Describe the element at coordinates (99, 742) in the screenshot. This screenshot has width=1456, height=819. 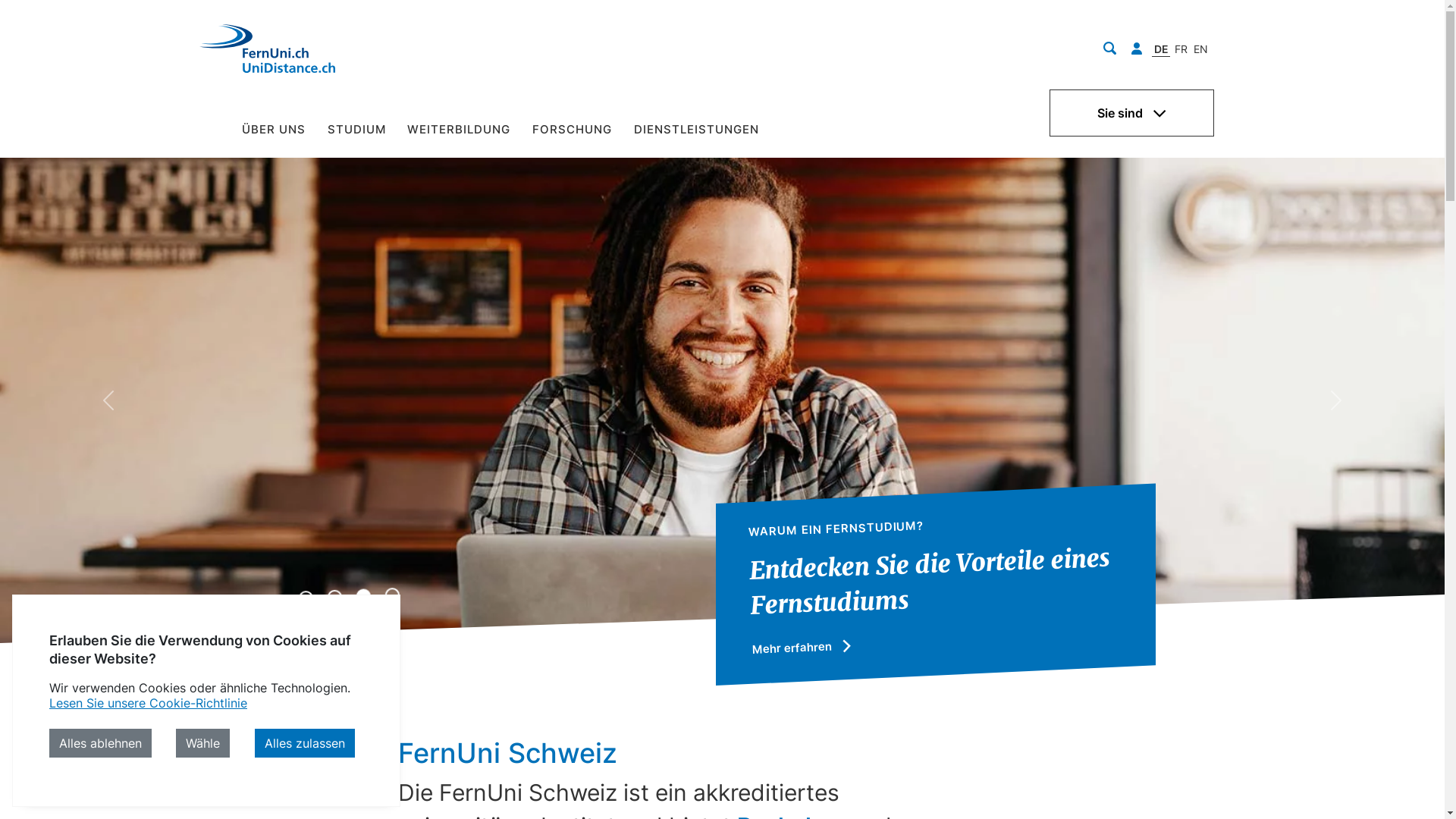
I see `'Alles ablehnen'` at that location.